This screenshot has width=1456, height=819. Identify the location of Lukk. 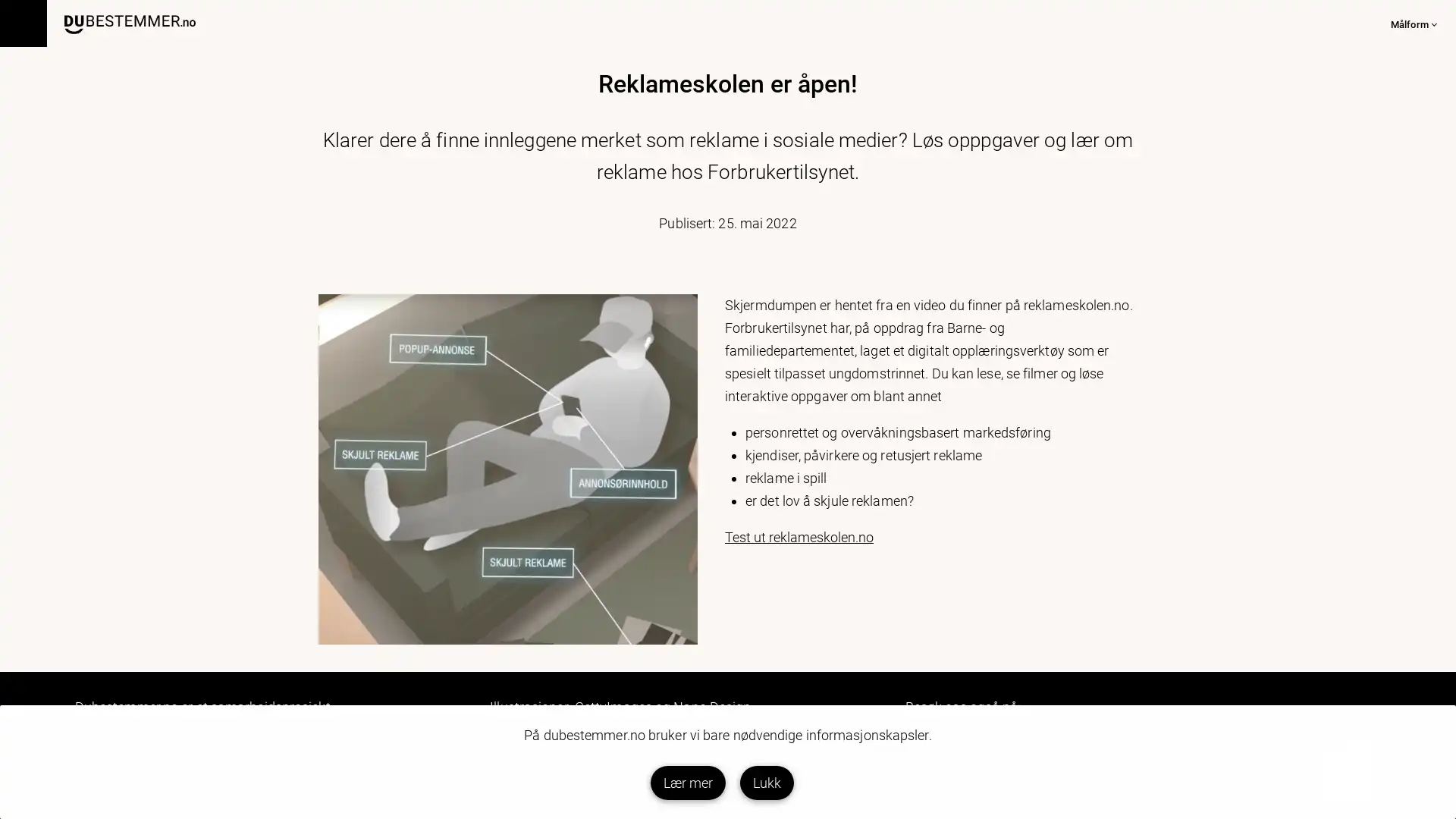
(767, 783).